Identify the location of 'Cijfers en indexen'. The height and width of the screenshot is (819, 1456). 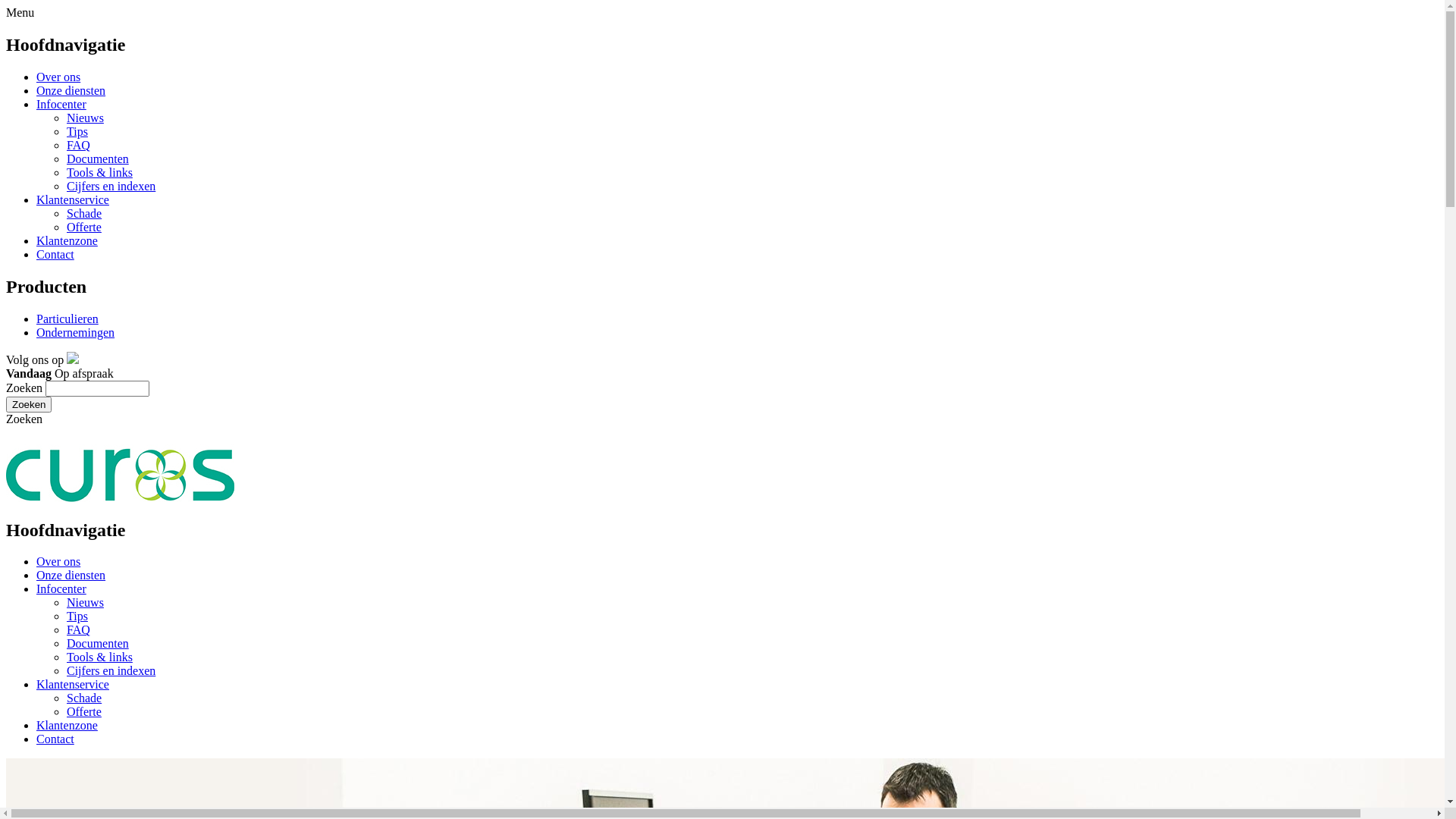
(110, 670).